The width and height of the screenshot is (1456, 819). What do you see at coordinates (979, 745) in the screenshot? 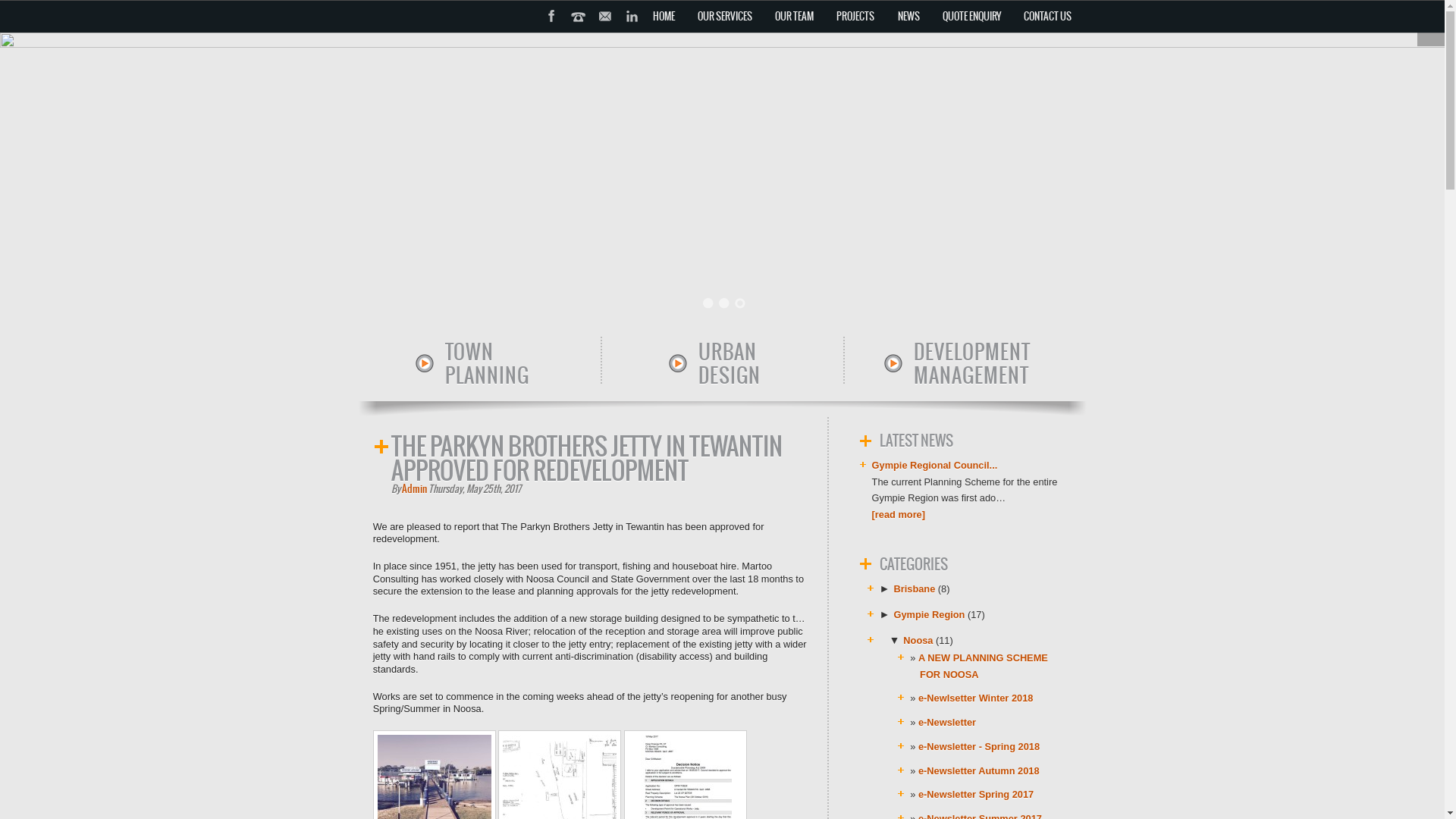
I see `'e-Newsletter - Spring 2018'` at bounding box center [979, 745].